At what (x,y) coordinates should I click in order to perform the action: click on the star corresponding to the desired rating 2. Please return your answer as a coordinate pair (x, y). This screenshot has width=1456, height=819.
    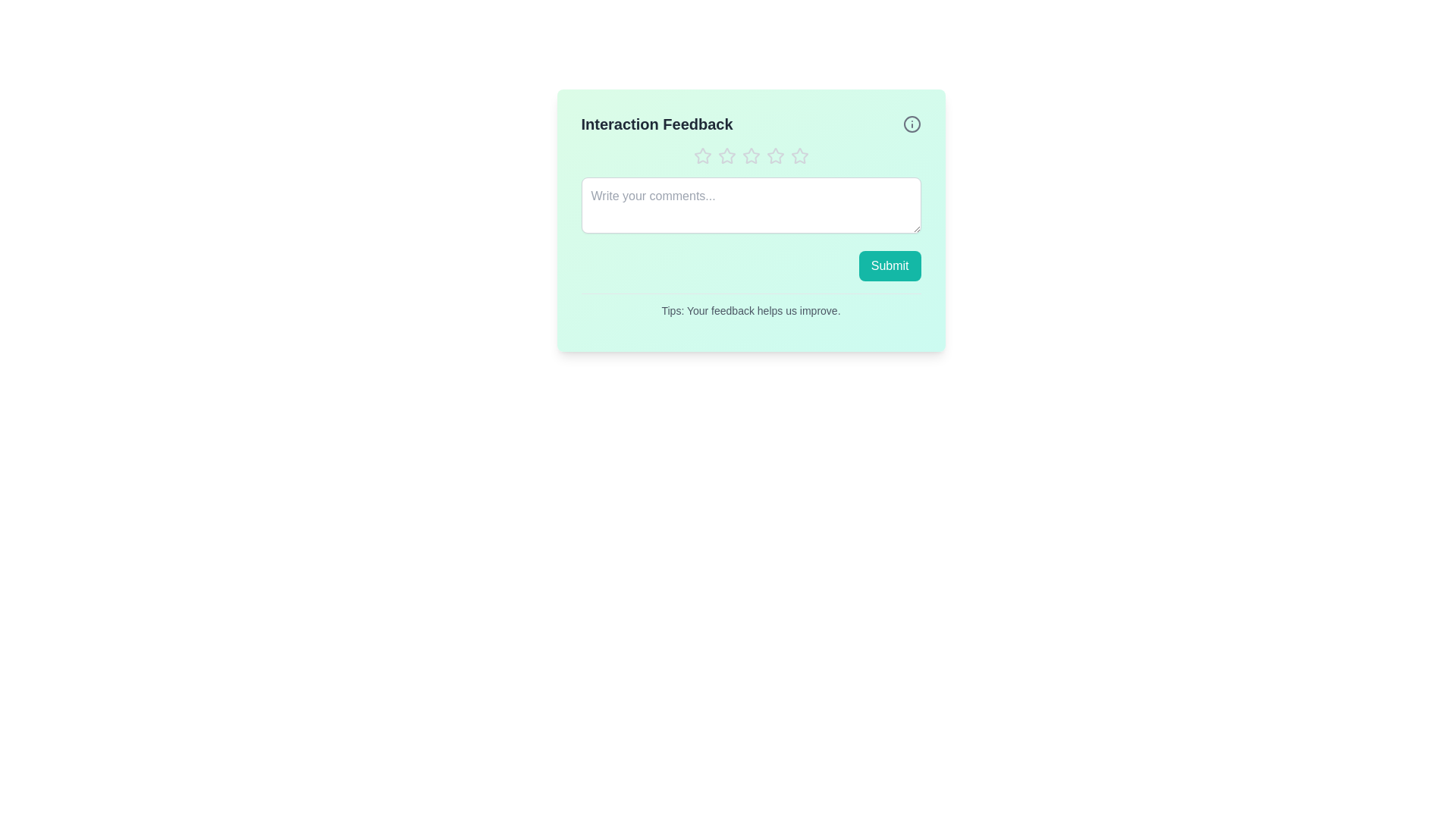
    Looking at the image, I should click on (726, 155).